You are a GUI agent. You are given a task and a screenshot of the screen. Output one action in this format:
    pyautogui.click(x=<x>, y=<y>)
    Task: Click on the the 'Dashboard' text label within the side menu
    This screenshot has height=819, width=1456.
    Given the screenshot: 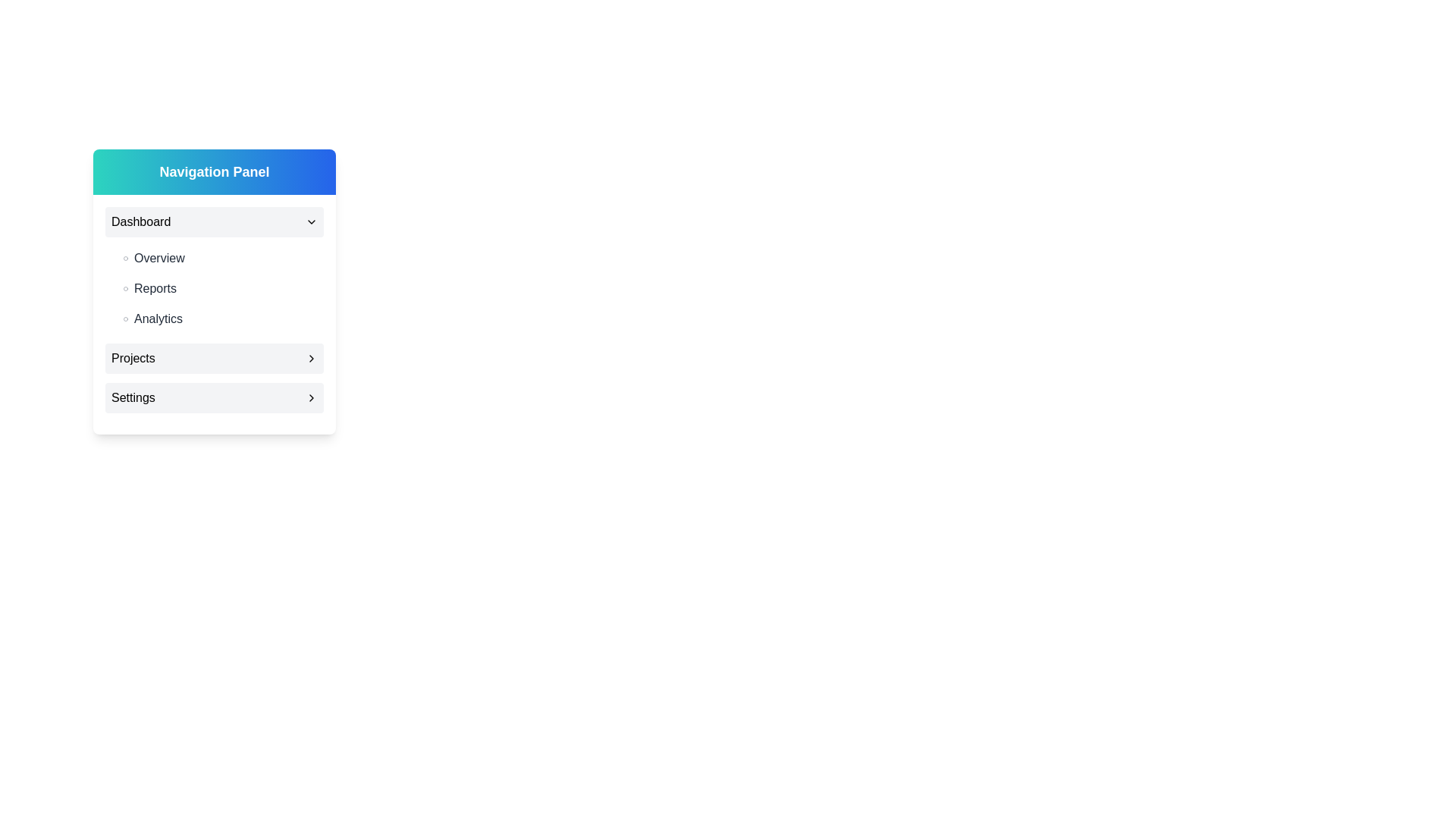 What is the action you would take?
    pyautogui.click(x=141, y=222)
    